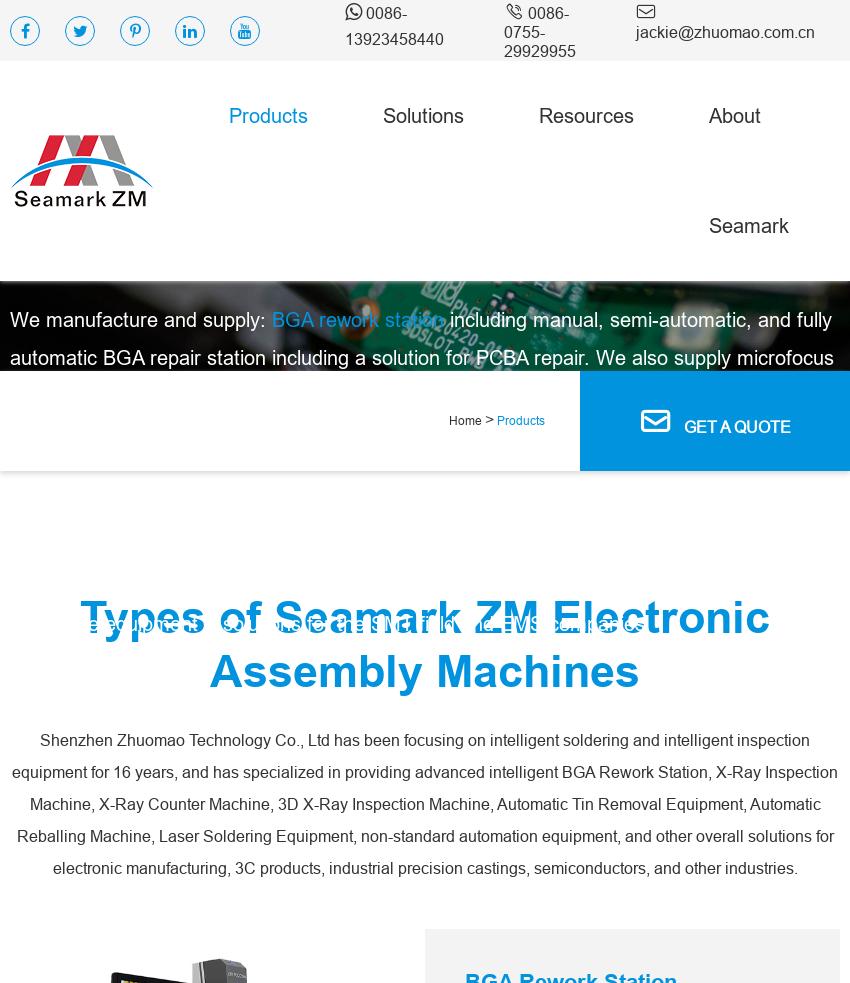 Image resolution: width=850 pixels, height=983 pixels. Describe the element at coordinates (775, 611) in the screenshot. I see `'Company News'` at that location.